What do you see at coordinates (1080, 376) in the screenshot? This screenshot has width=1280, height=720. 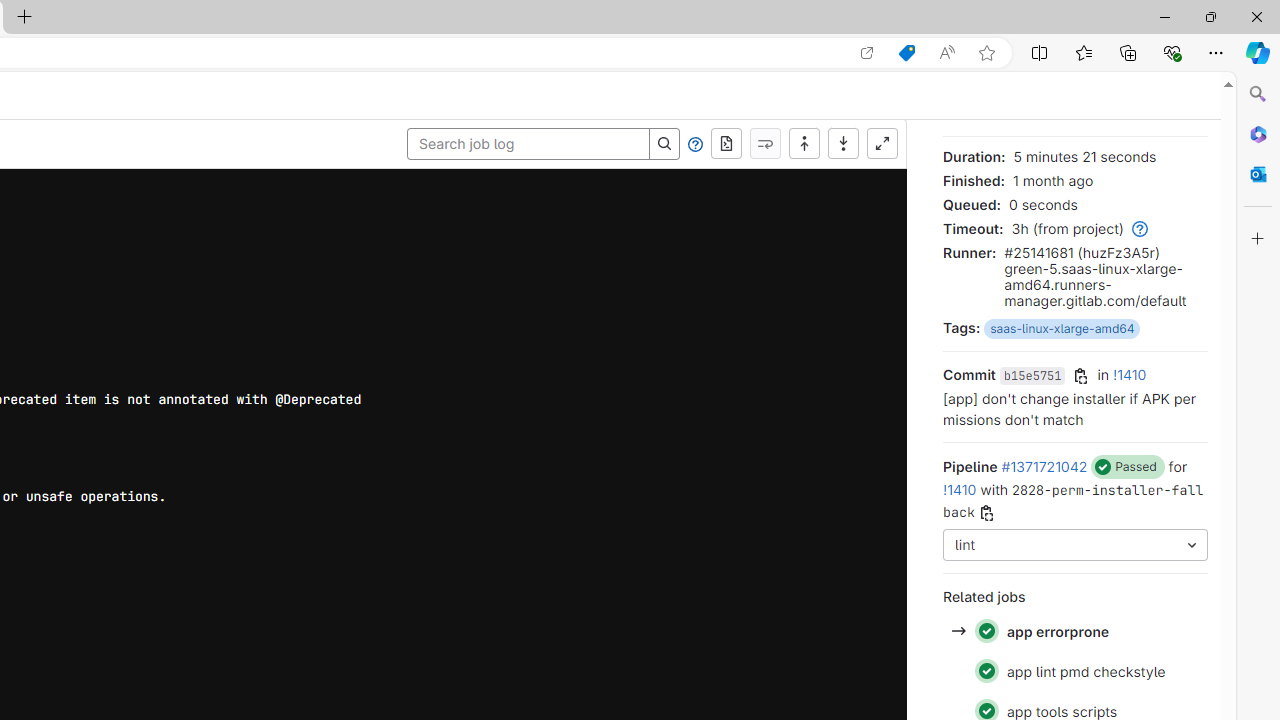 I see `'Copy commit SHA'` at bounding box center [1080, 376].